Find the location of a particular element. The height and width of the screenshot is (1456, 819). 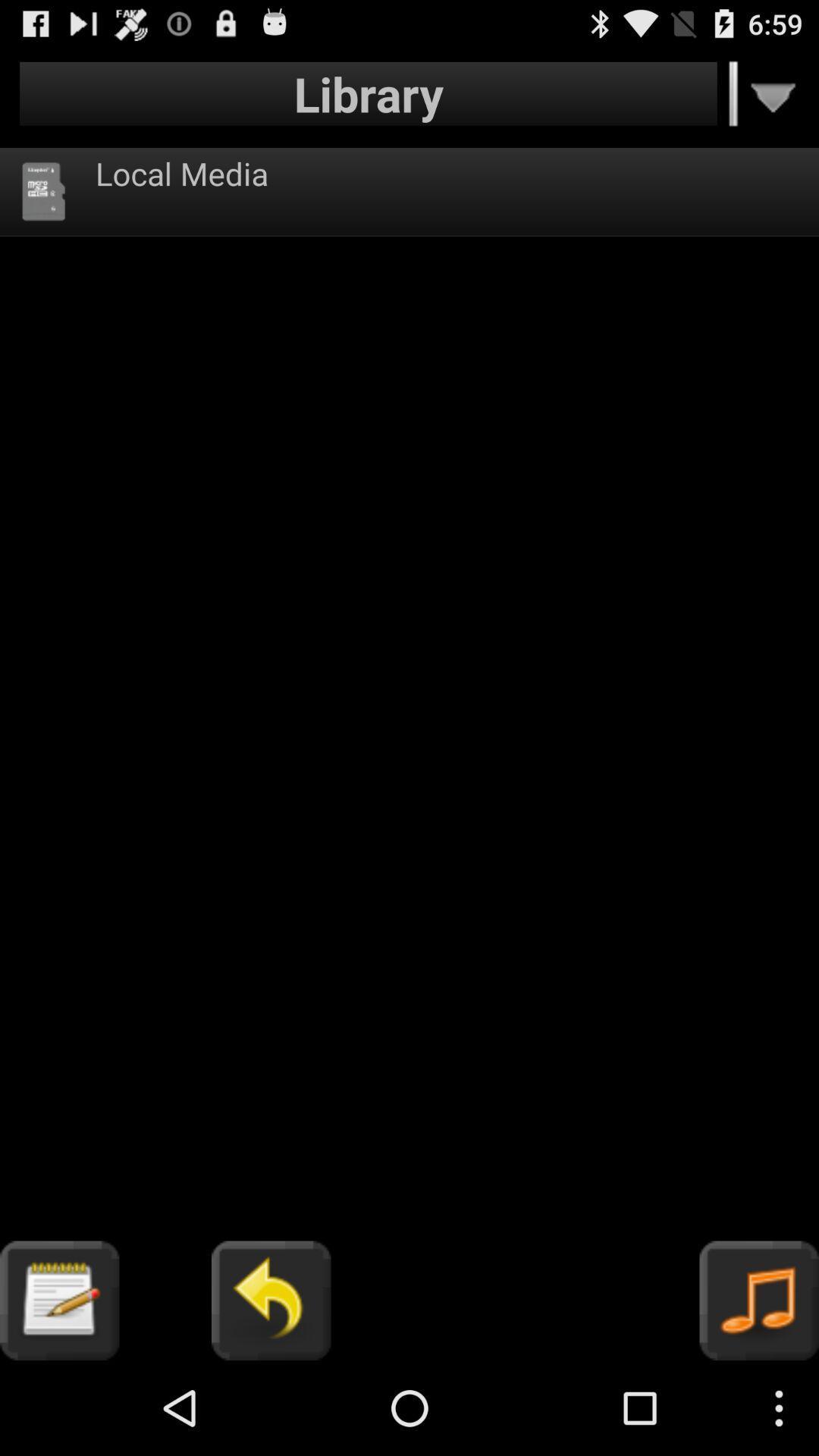

the reply icon is located at coordinates (270, 1392).